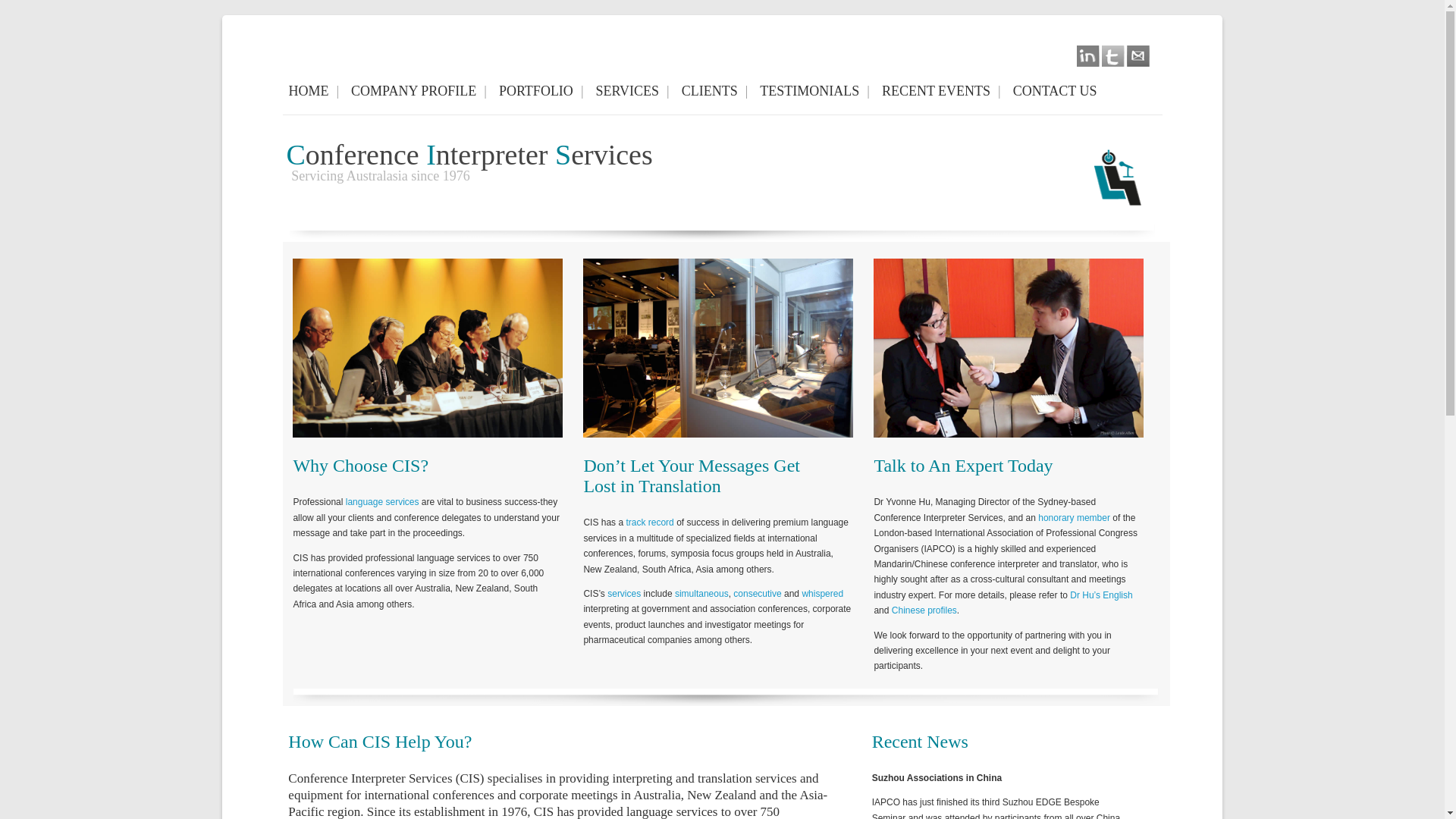  Describe the element at coordinates (675, 91) in the screenshot. I see `'CLIENTS'` at that location.